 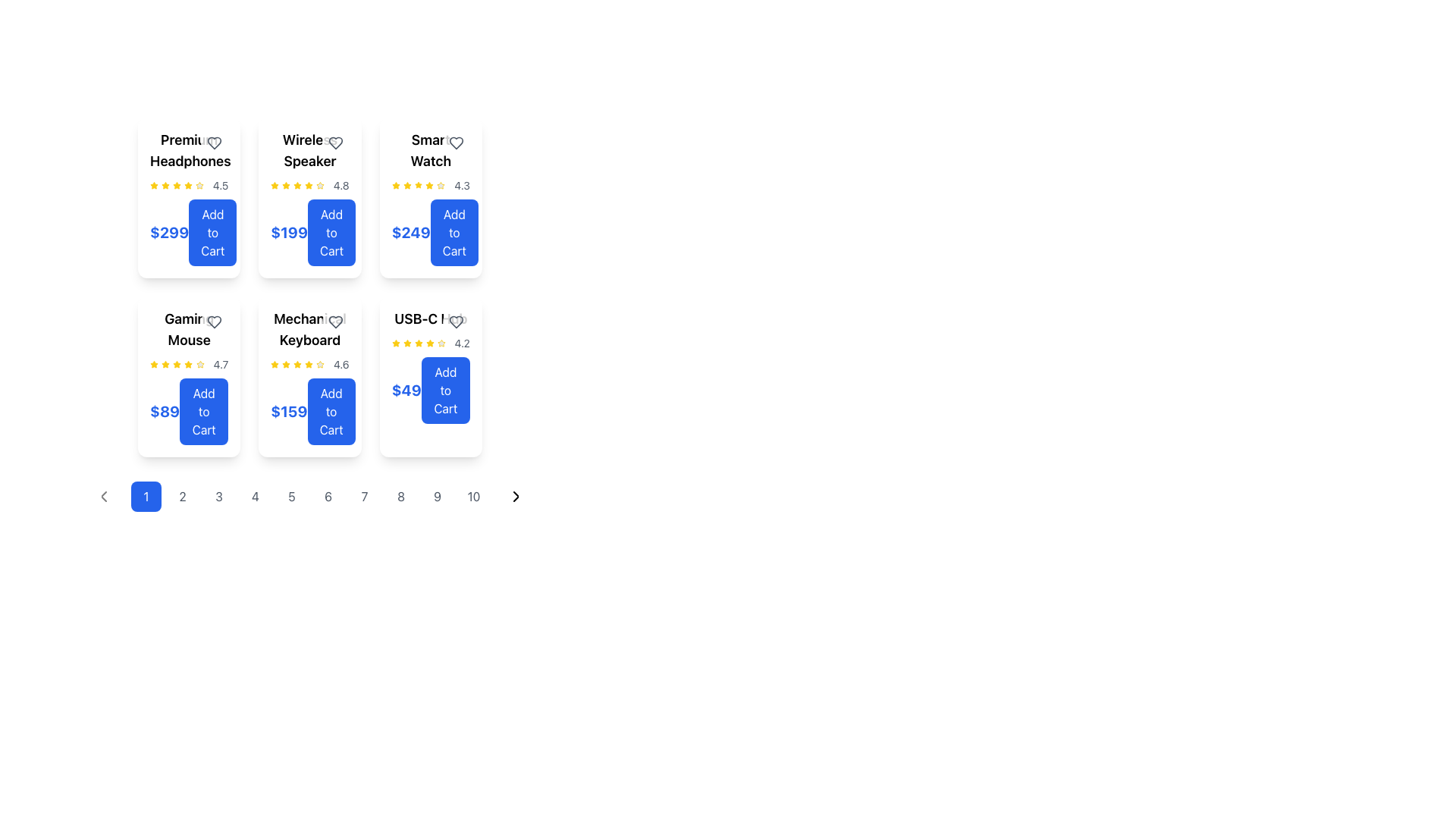 I want to click on the heart-shaped icon located in the top-right corner of the 'Smart Watch' product card to mark the item as a favorite, so click(x=455, y=143).